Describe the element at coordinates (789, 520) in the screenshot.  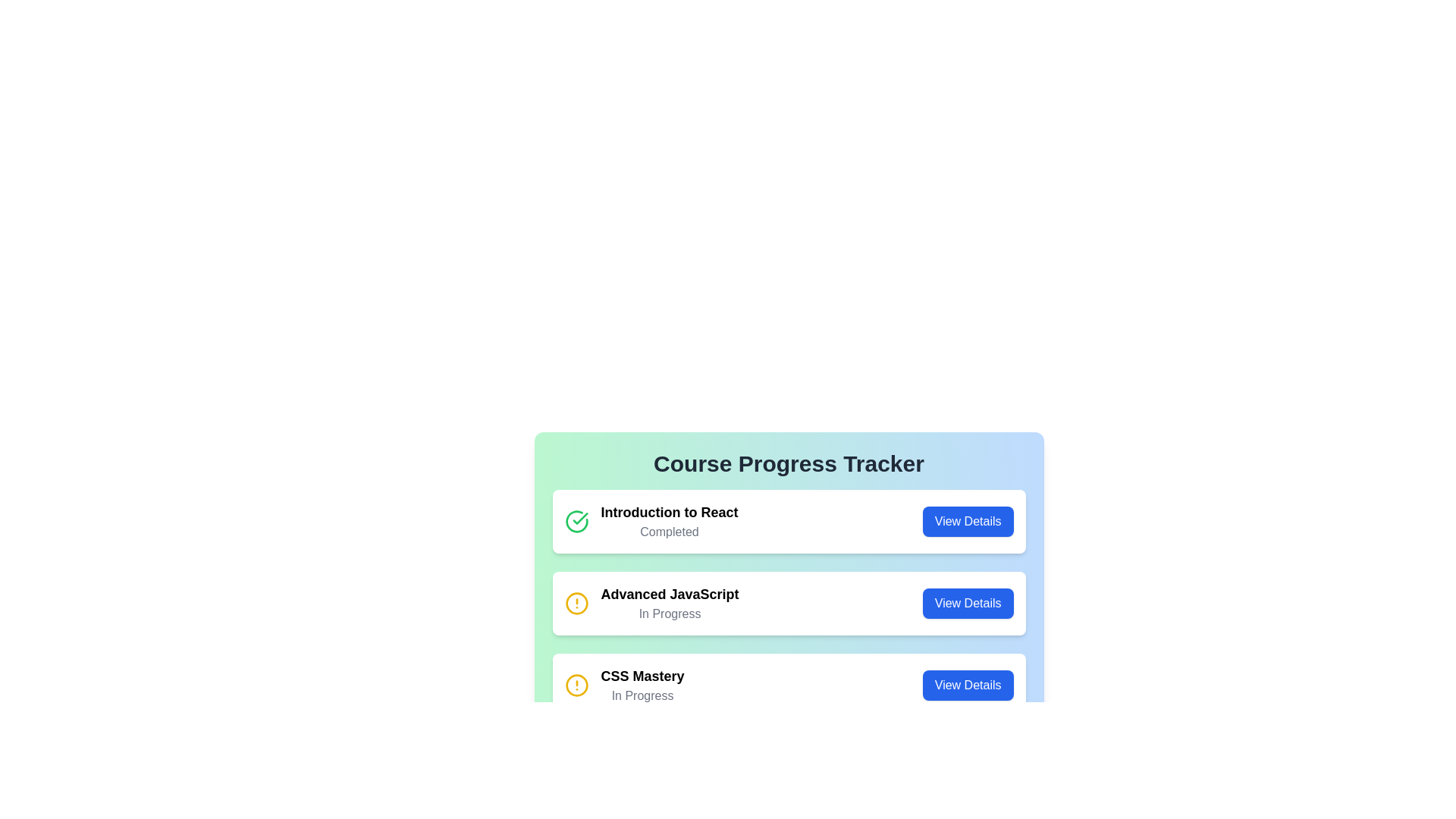
I see `the course status entry for 'Introduction to React'` at that location.